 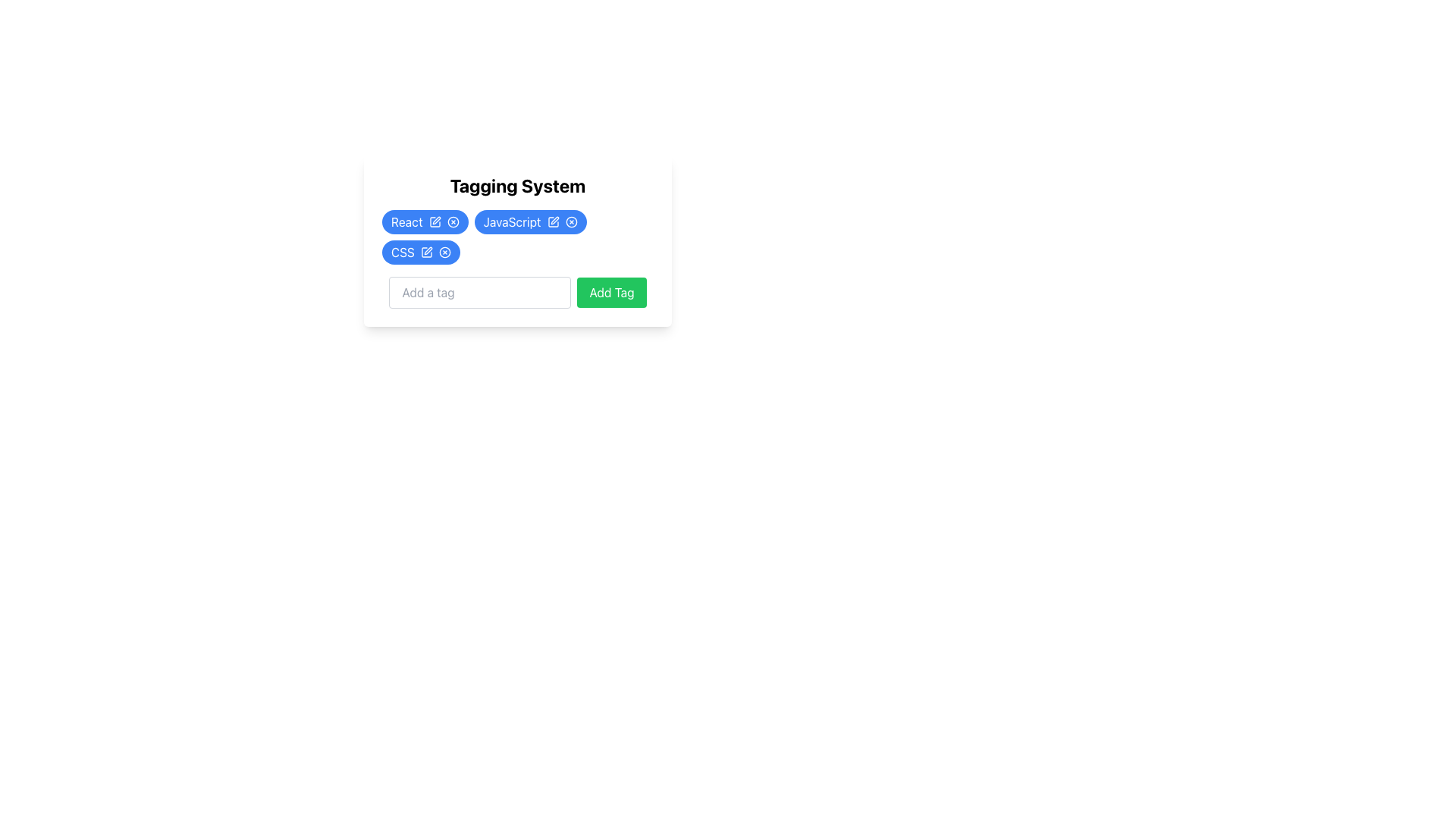 I want to click on the edit icon associated with the 'JavaScript' tag to initiate editing, so click(x=553, y=220).